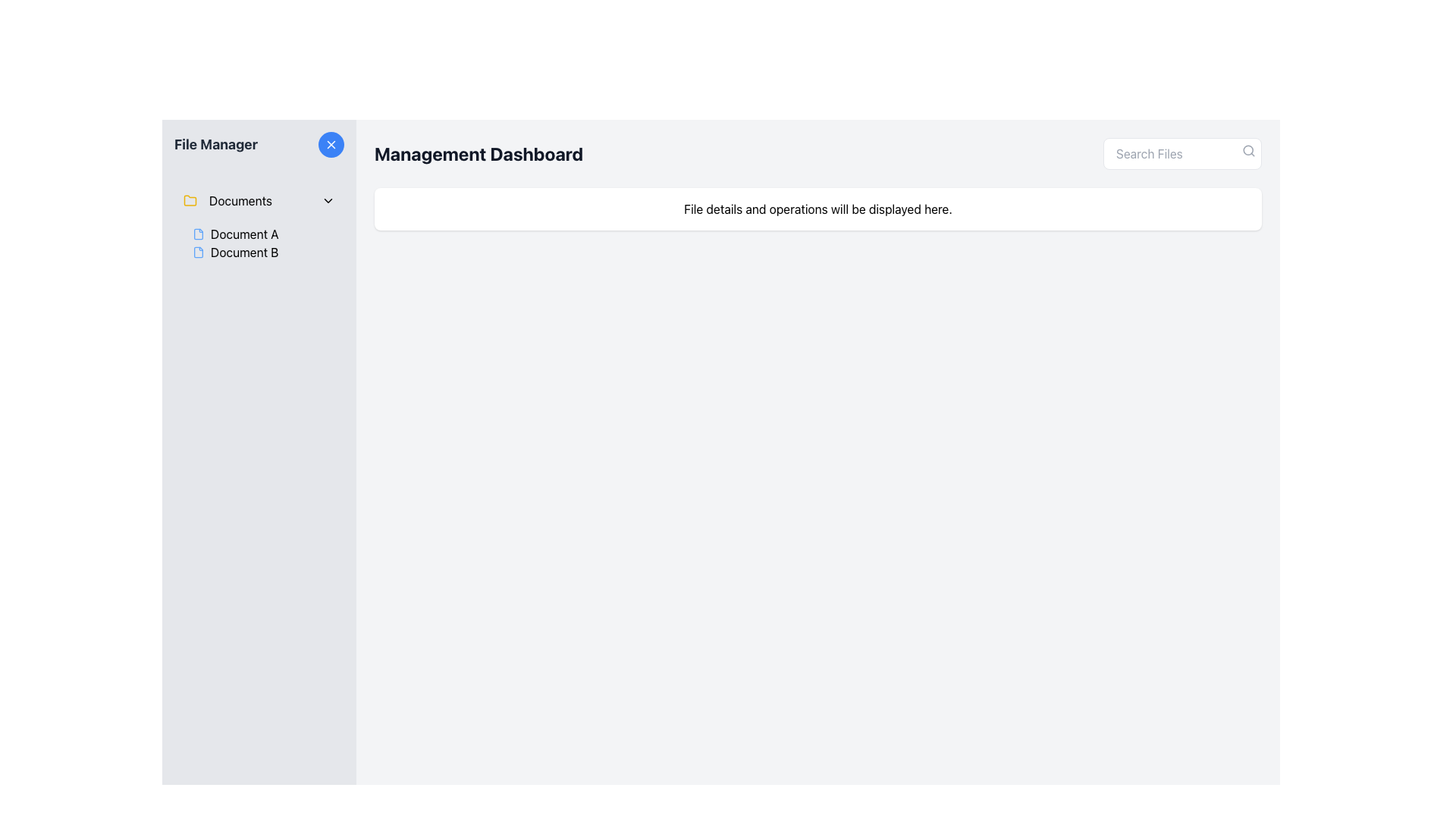 The height and width of the screenshot is (819, 1456). Describe the element at coordinates (240, 200) in the screenshot. I see `the non-interactive text label representing the 'Documents' folder in the left sidebar of the File Manager interface` at that location.